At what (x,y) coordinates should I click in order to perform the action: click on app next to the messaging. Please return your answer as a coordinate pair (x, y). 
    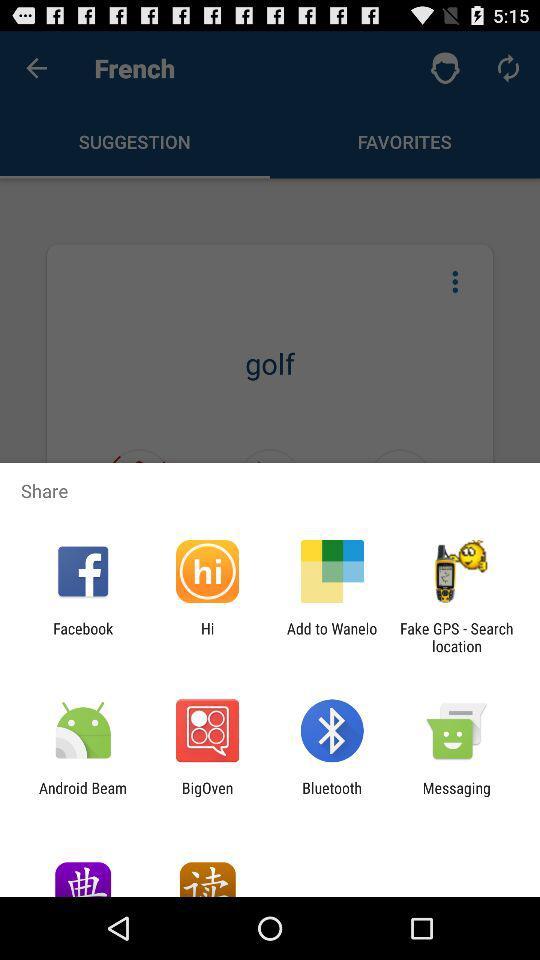
    Looking at the image, I should click on (332, 796).